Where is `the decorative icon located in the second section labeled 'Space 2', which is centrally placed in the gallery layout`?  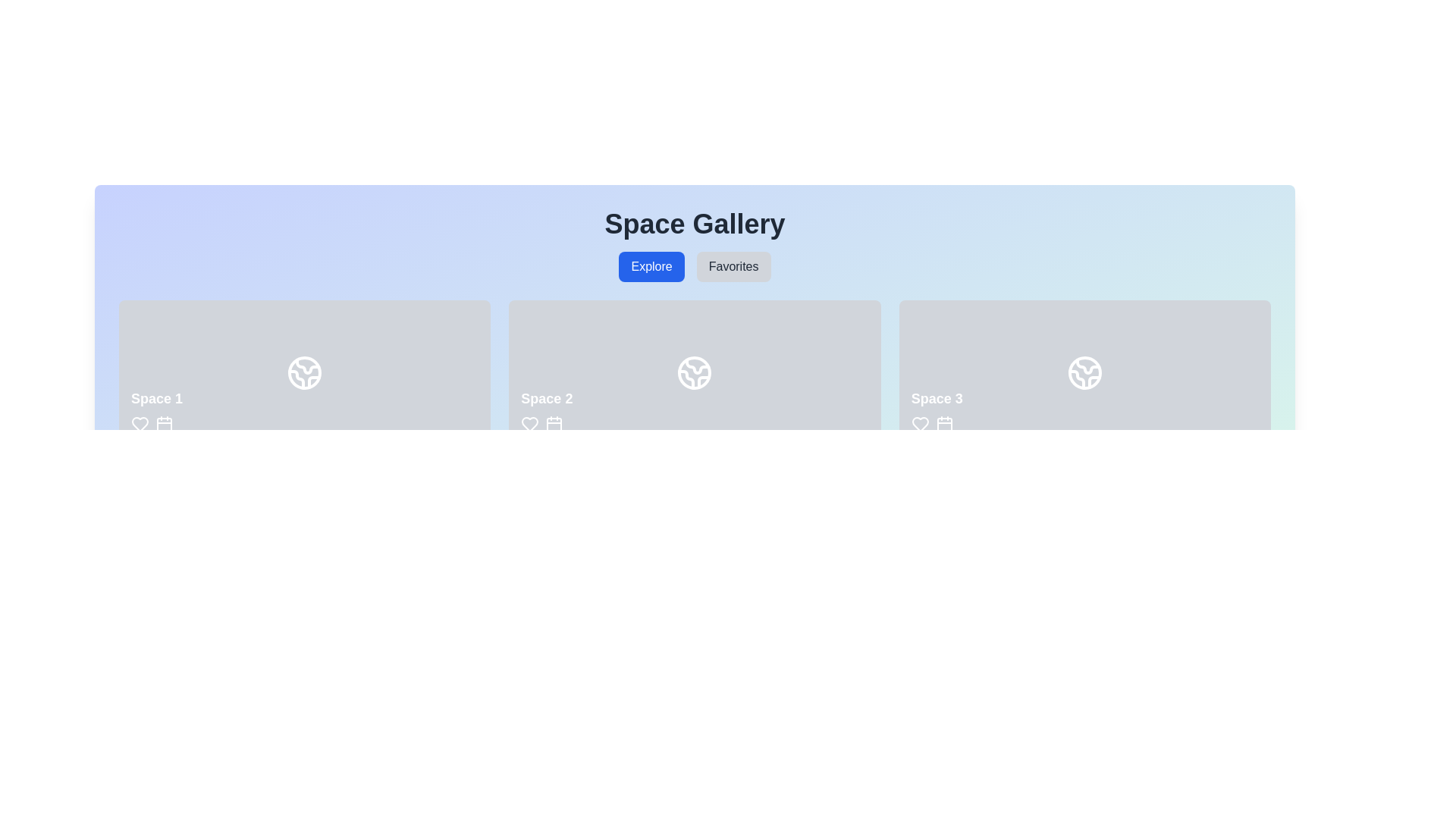 the decorative icon located in the second section labeled 'Space 2', which is centrally placed in the gallery layout is located at coordinates (694, 373).